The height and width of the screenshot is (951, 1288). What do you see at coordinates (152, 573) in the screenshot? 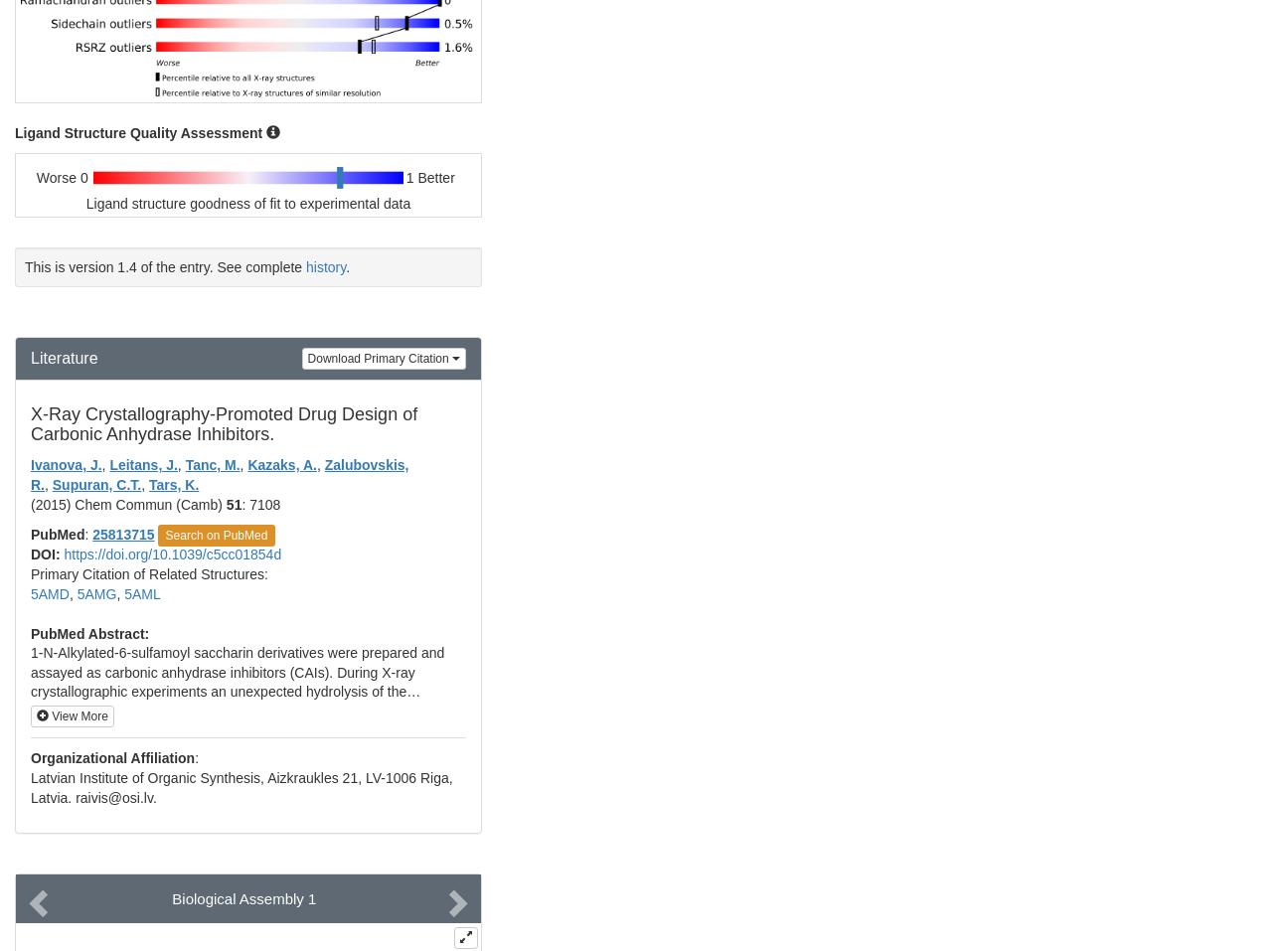
I see `'Primary Citation of Related Structures:'` at bounding box center [152, 573].